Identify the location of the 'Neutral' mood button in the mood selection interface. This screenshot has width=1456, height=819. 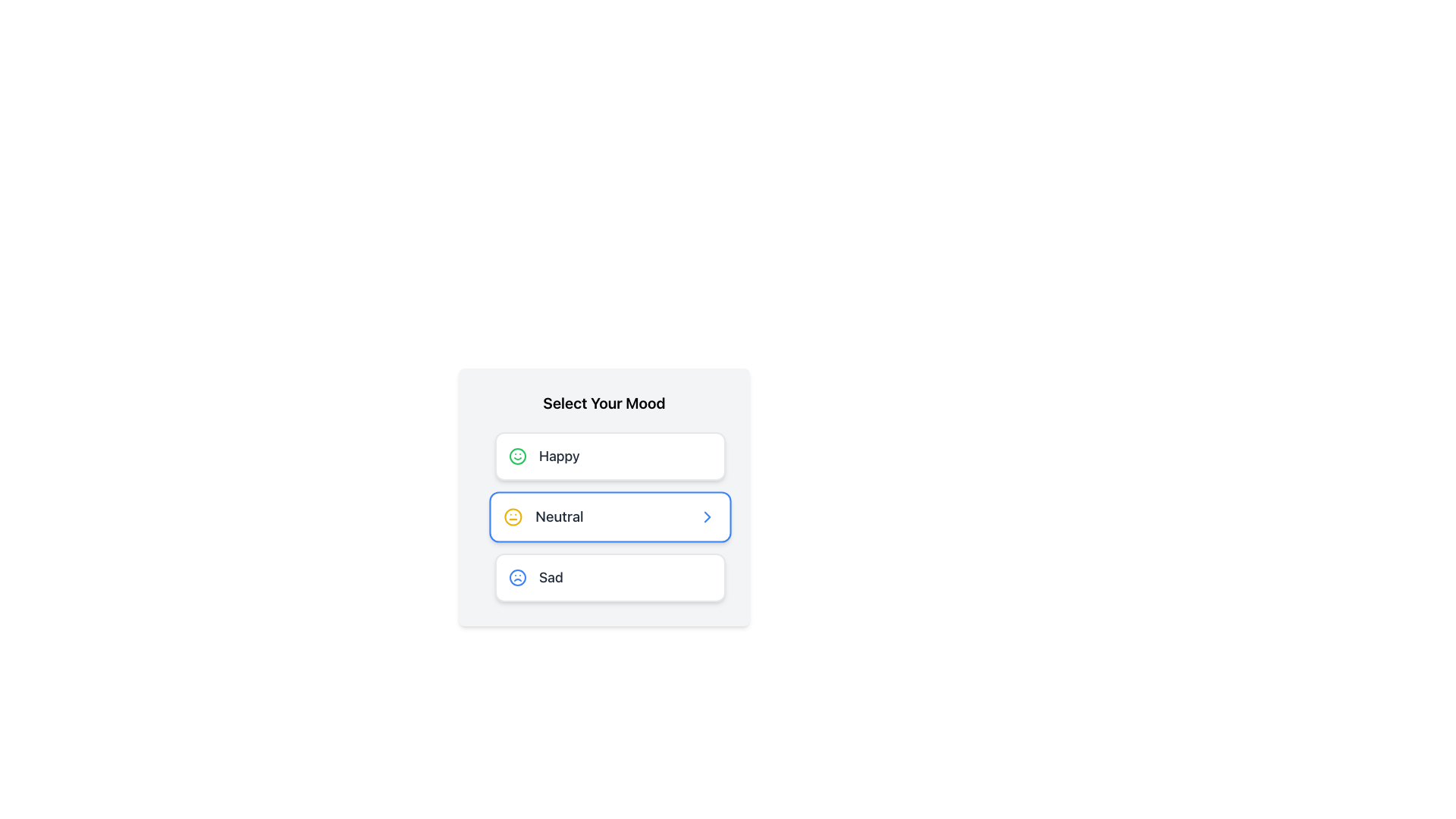
(610, 516).